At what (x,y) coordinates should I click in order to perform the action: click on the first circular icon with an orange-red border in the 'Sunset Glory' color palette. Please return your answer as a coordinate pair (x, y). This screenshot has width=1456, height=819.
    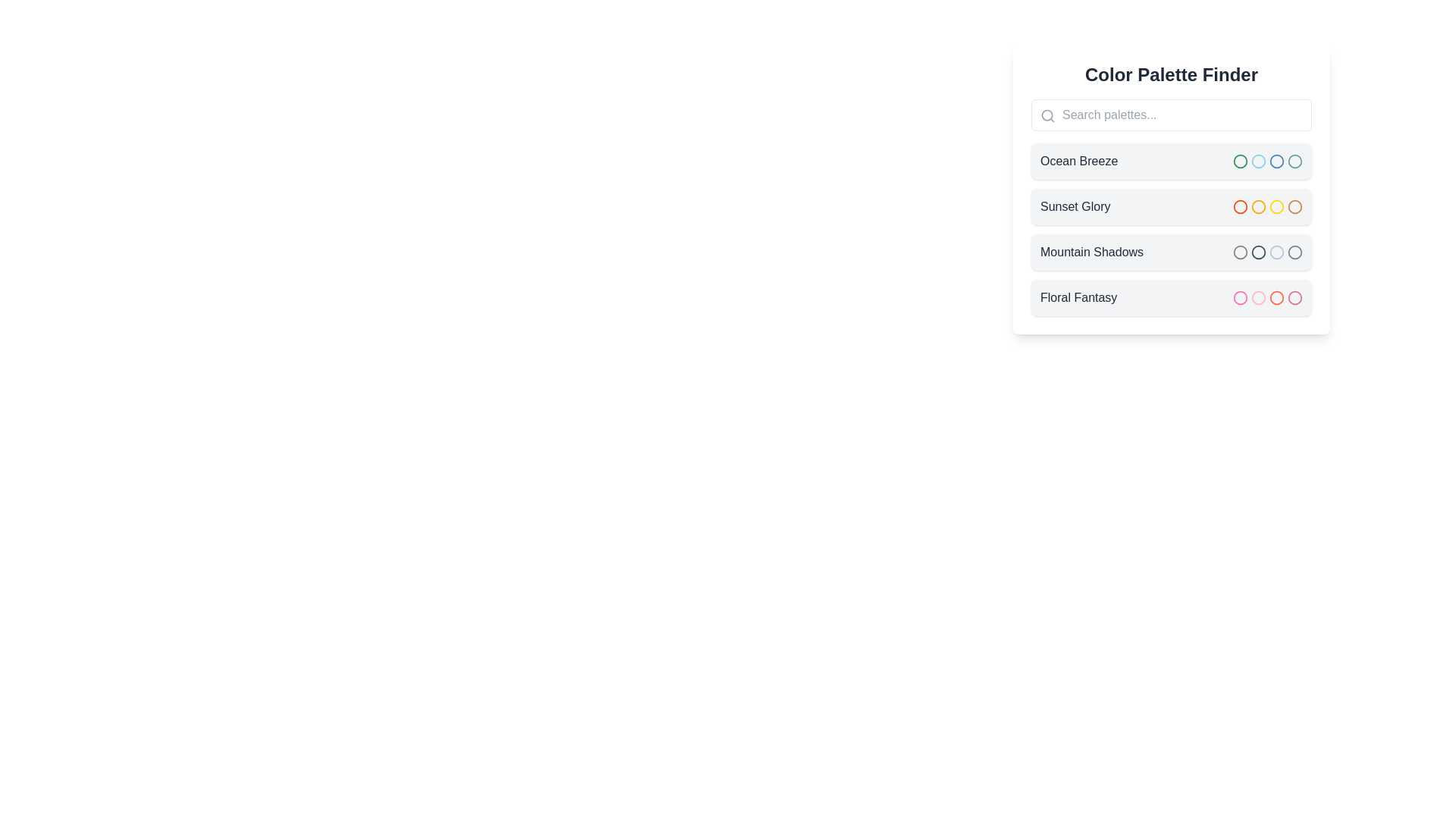
    Looking at the image, I should click on (1241, 207).